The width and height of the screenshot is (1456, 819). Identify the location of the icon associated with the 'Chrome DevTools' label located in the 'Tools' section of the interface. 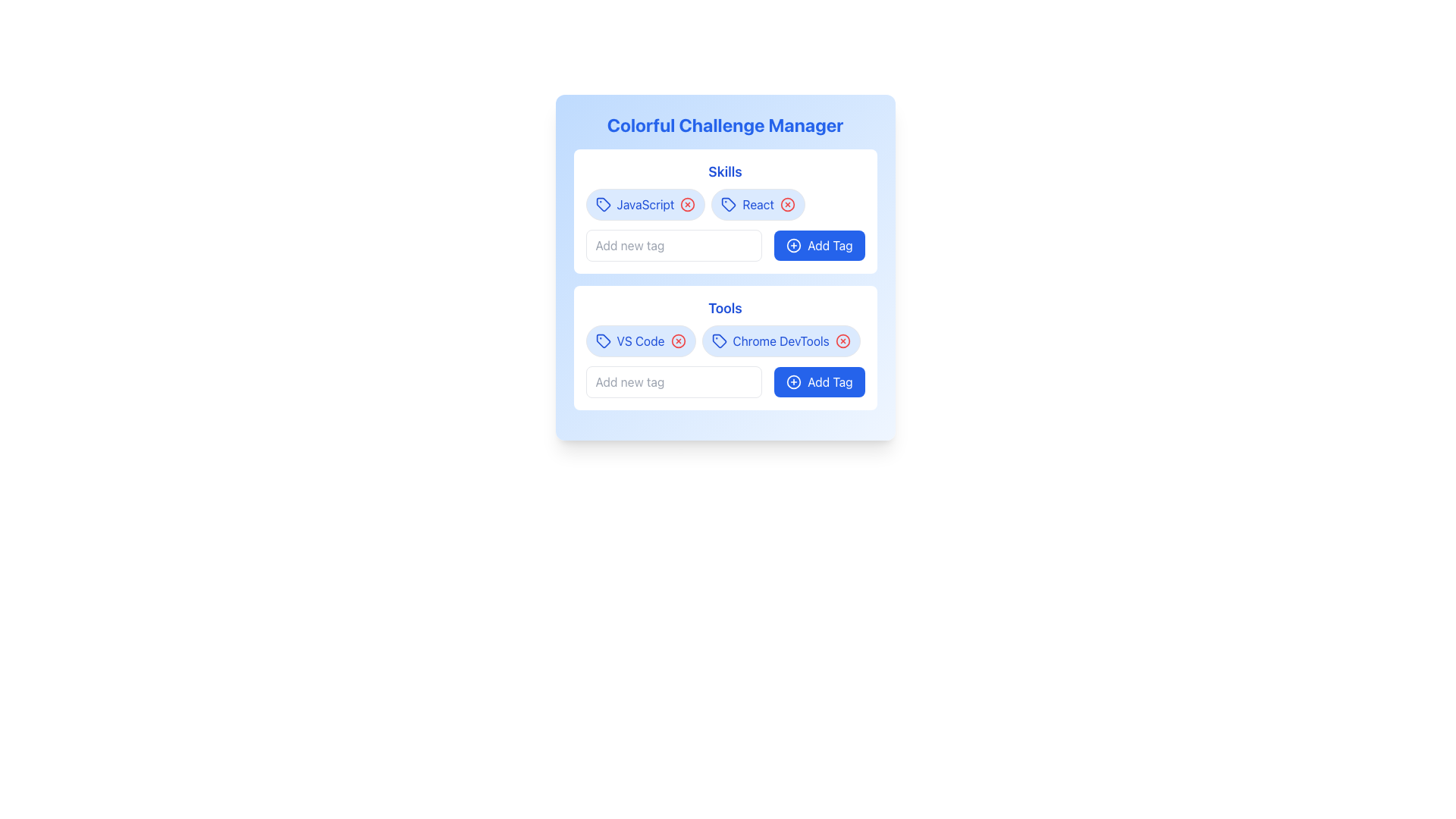
(718, 341).